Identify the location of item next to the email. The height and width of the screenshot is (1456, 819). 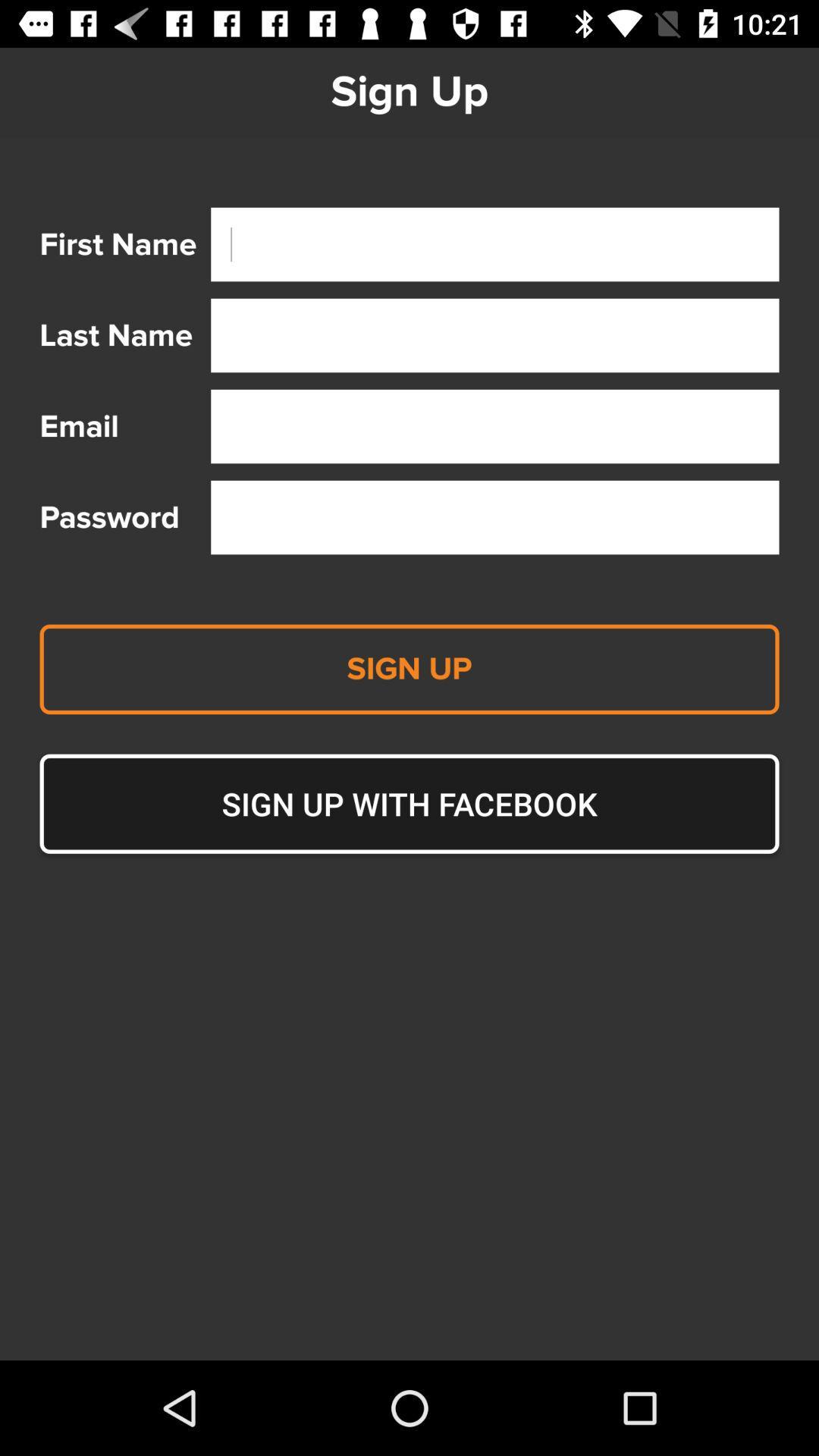
(494, 425).